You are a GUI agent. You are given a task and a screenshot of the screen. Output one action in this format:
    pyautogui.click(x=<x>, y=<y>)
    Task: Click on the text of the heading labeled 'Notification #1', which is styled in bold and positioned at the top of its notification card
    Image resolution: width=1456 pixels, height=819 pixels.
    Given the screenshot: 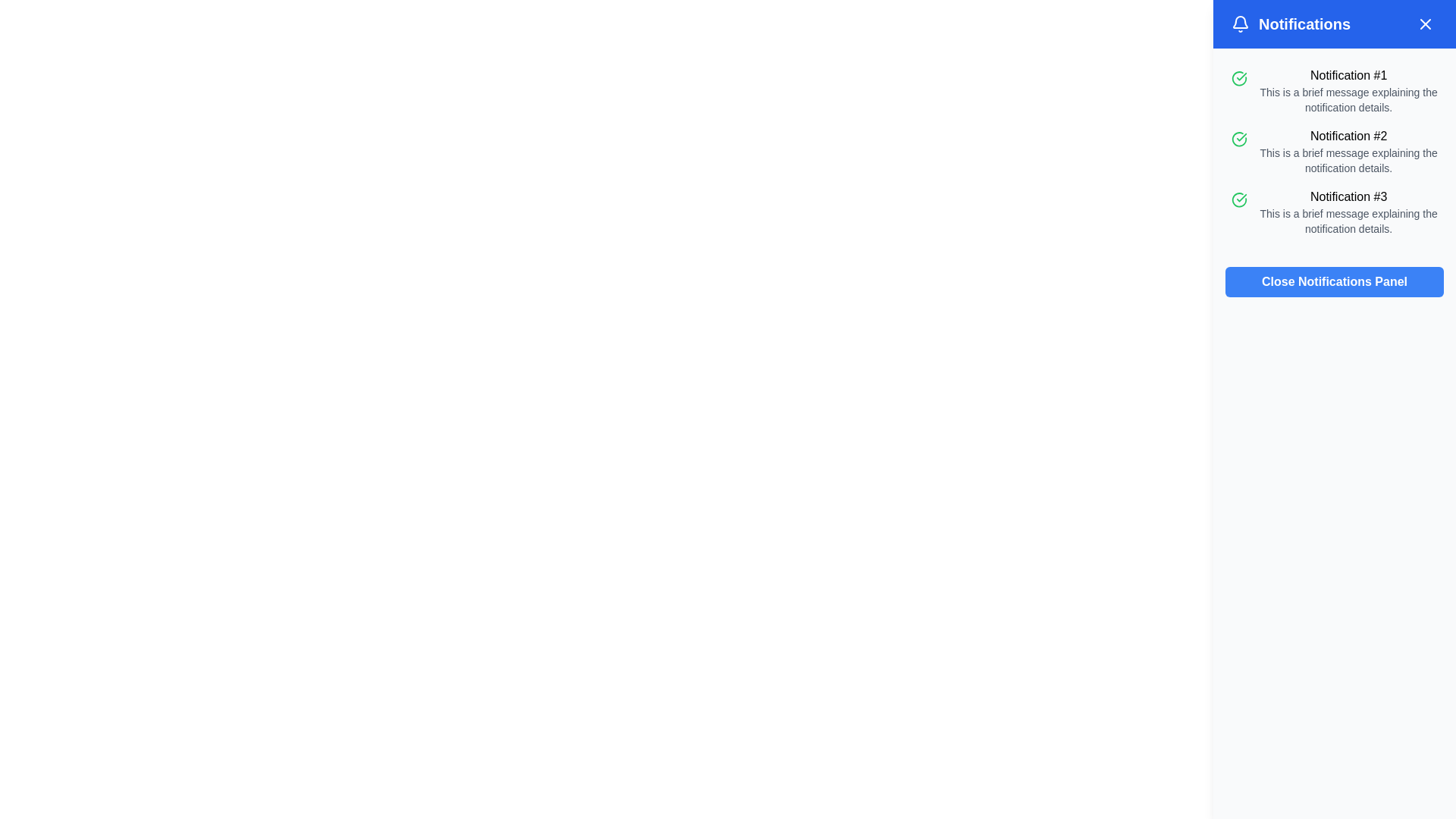 What is the action you would take?
    pyautogui.click(x=1348, y=76)
    